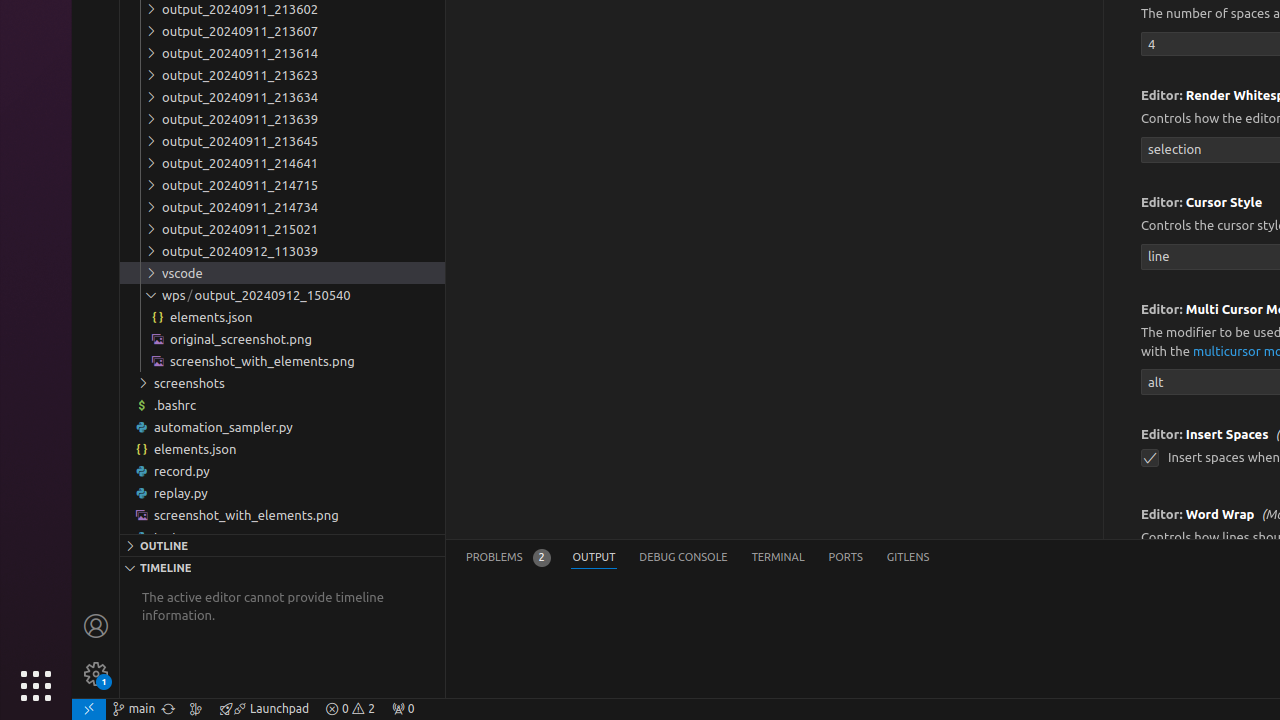  What do you see at coordinates (133, 707) in the screenshot?
I see `'OSWorld (Git) - main, Checkout Branch/Tag...'` at bounding box center [133, 707].